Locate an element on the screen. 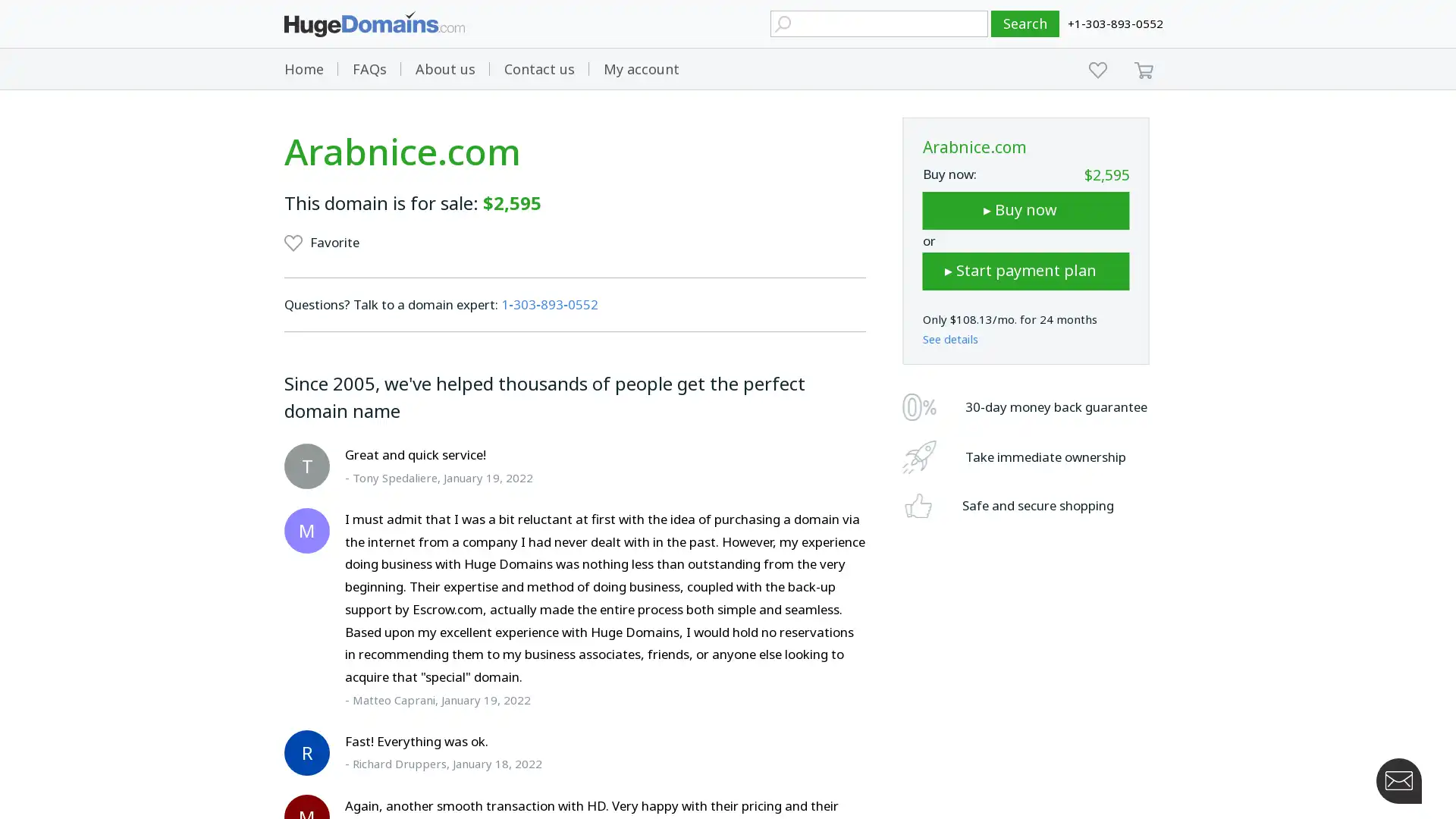 This screenshot has height=819, width=1456. Search is located at coordinates (1025, 24).